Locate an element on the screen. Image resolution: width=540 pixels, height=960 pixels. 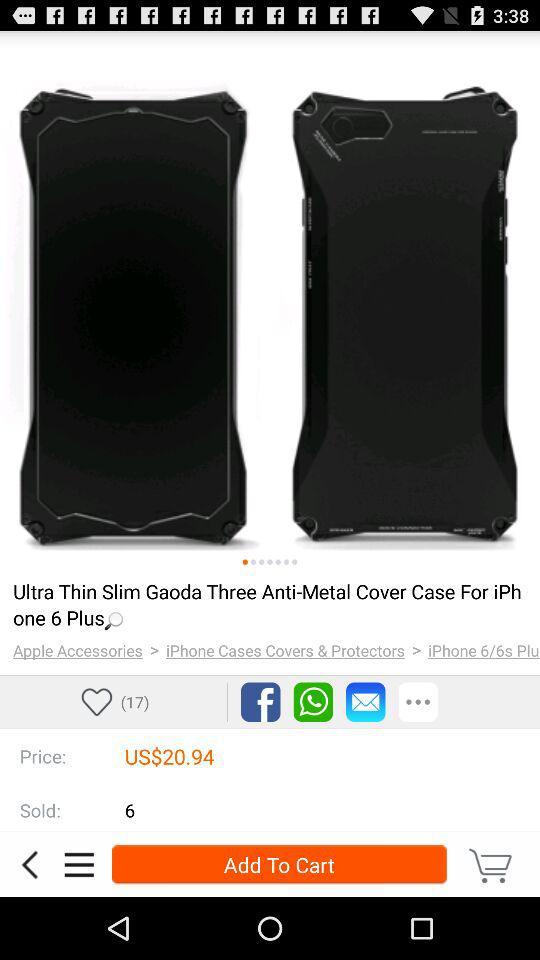
load next page is located at coordinates (277, 562).